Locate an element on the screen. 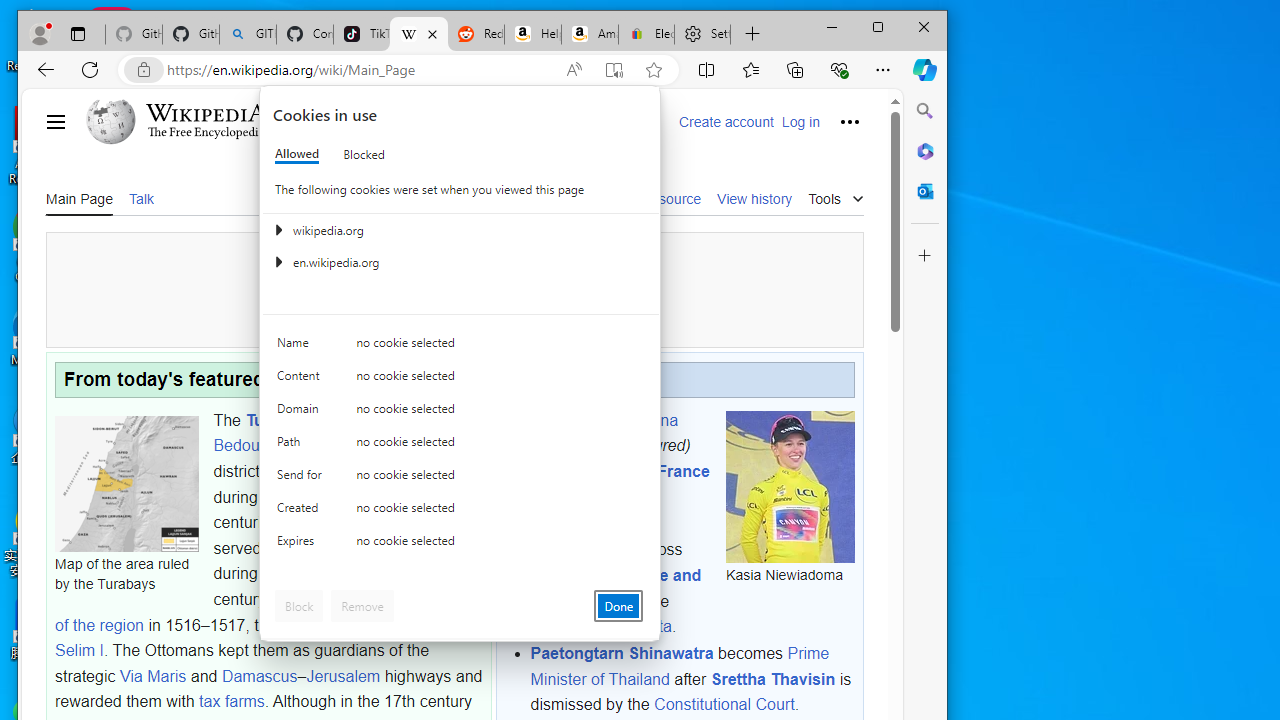  'Allowed' is located at coordinates (295, 153).